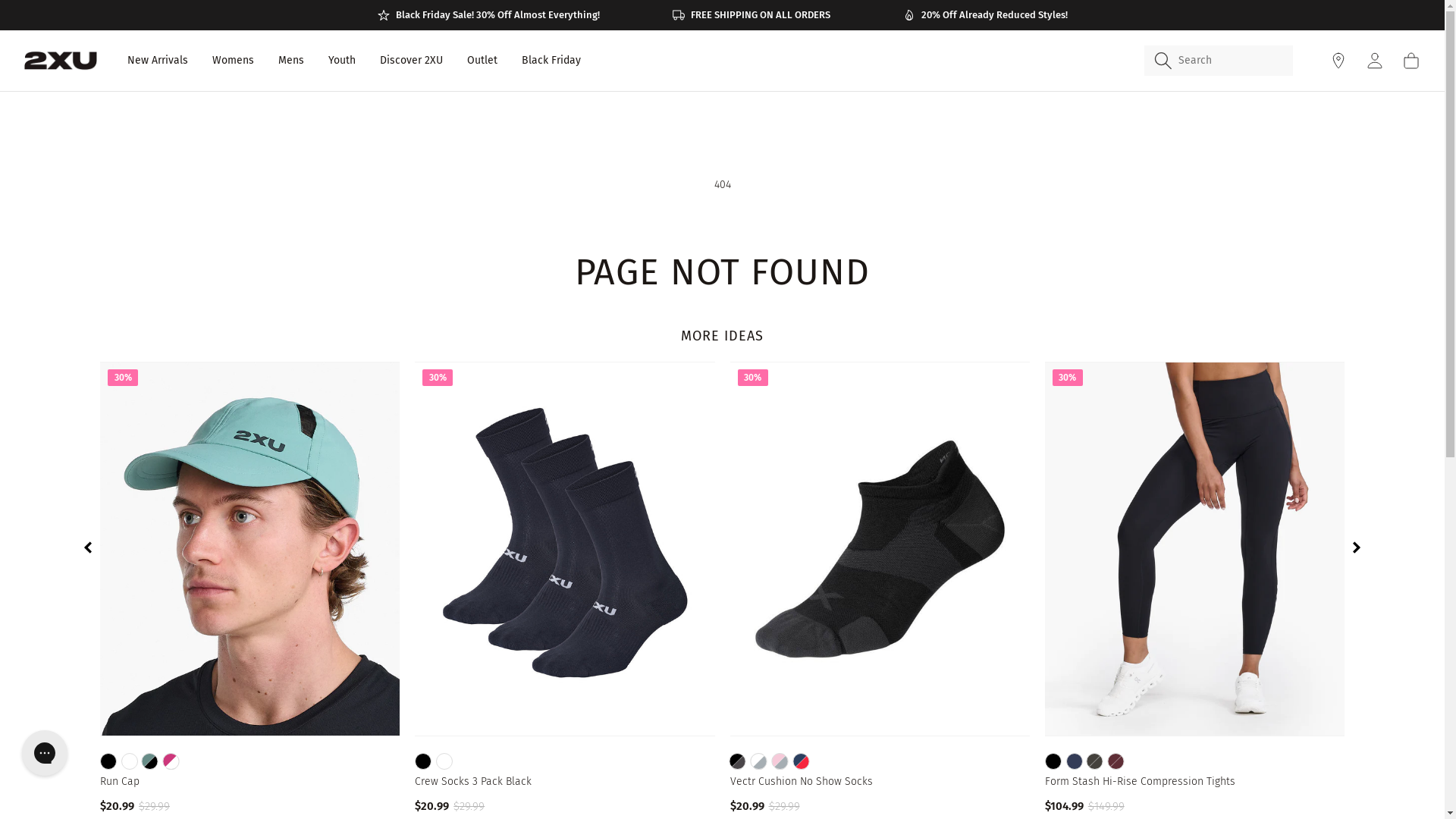 Image resolution: width=1456 pixels, height=819 pixels. What do you see at coordinates (232, 60) in the screenshot?
I see `'Womens'` at bounding box center [232, 60].